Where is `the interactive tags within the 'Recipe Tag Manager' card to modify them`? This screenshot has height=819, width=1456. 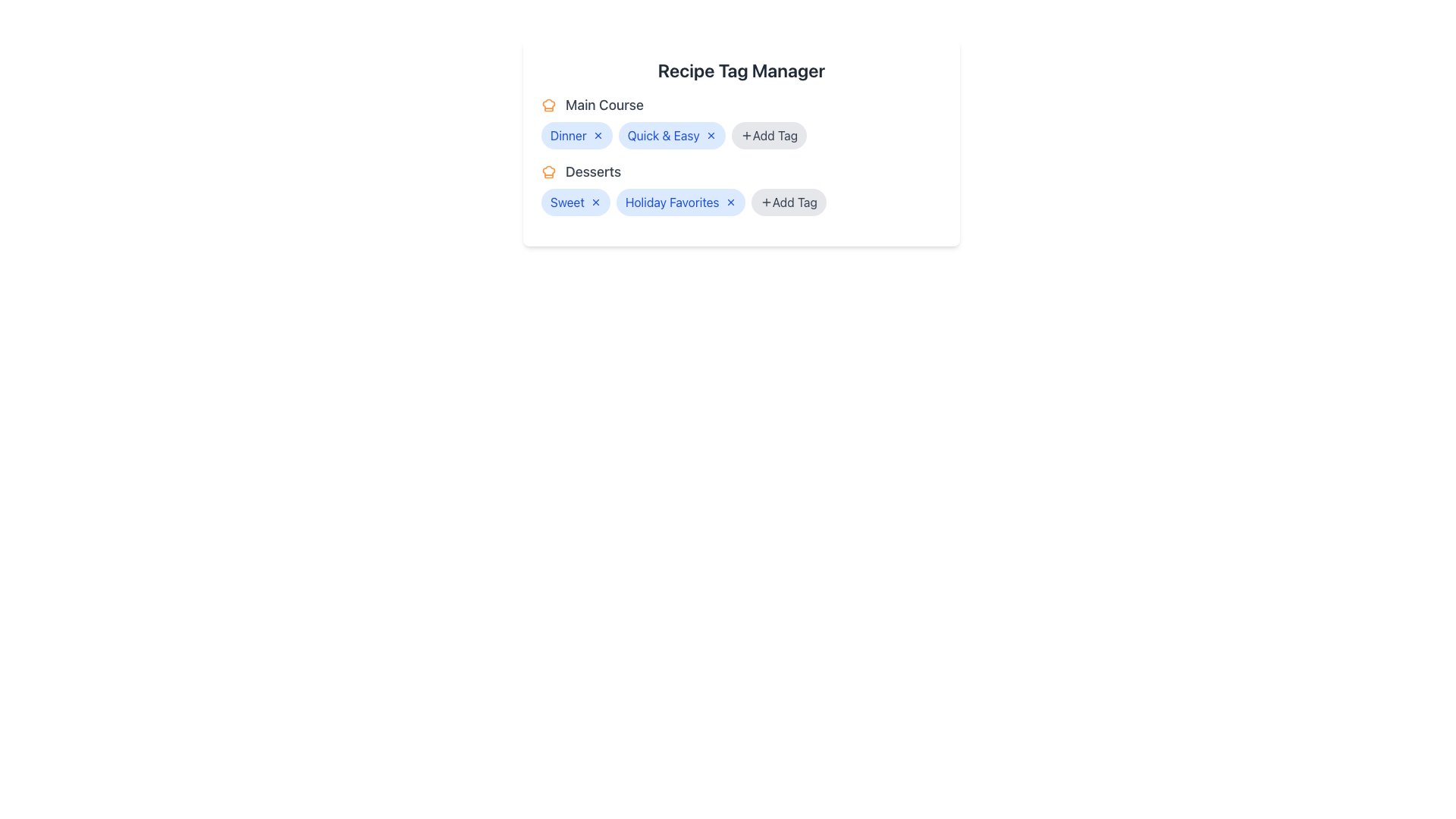 the interactive tags within the 'Recipe Tag Manager' card to modify them is located at coordinates (742, 143).